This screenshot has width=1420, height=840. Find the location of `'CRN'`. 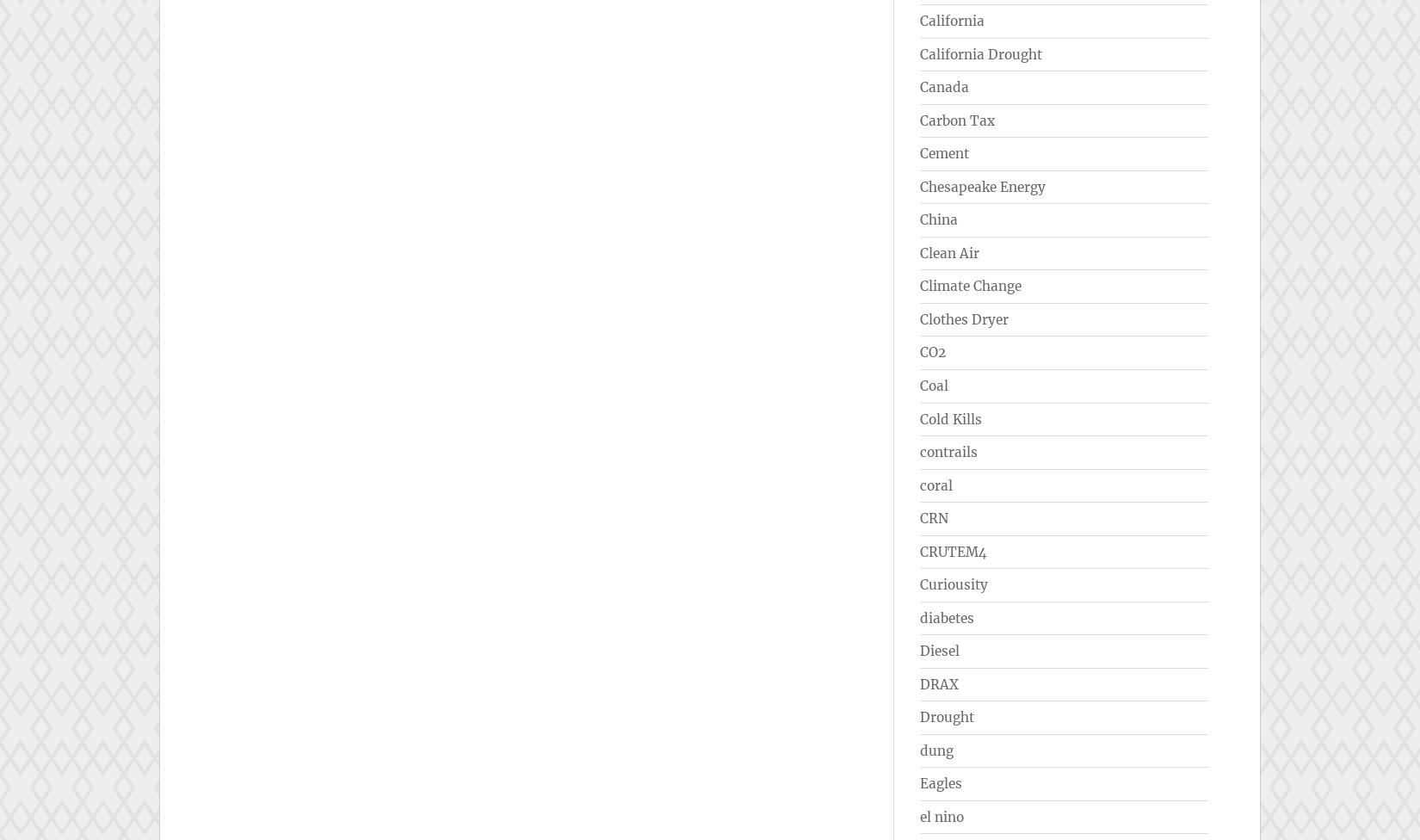

'CRN' is located at coordinates (920, 518).